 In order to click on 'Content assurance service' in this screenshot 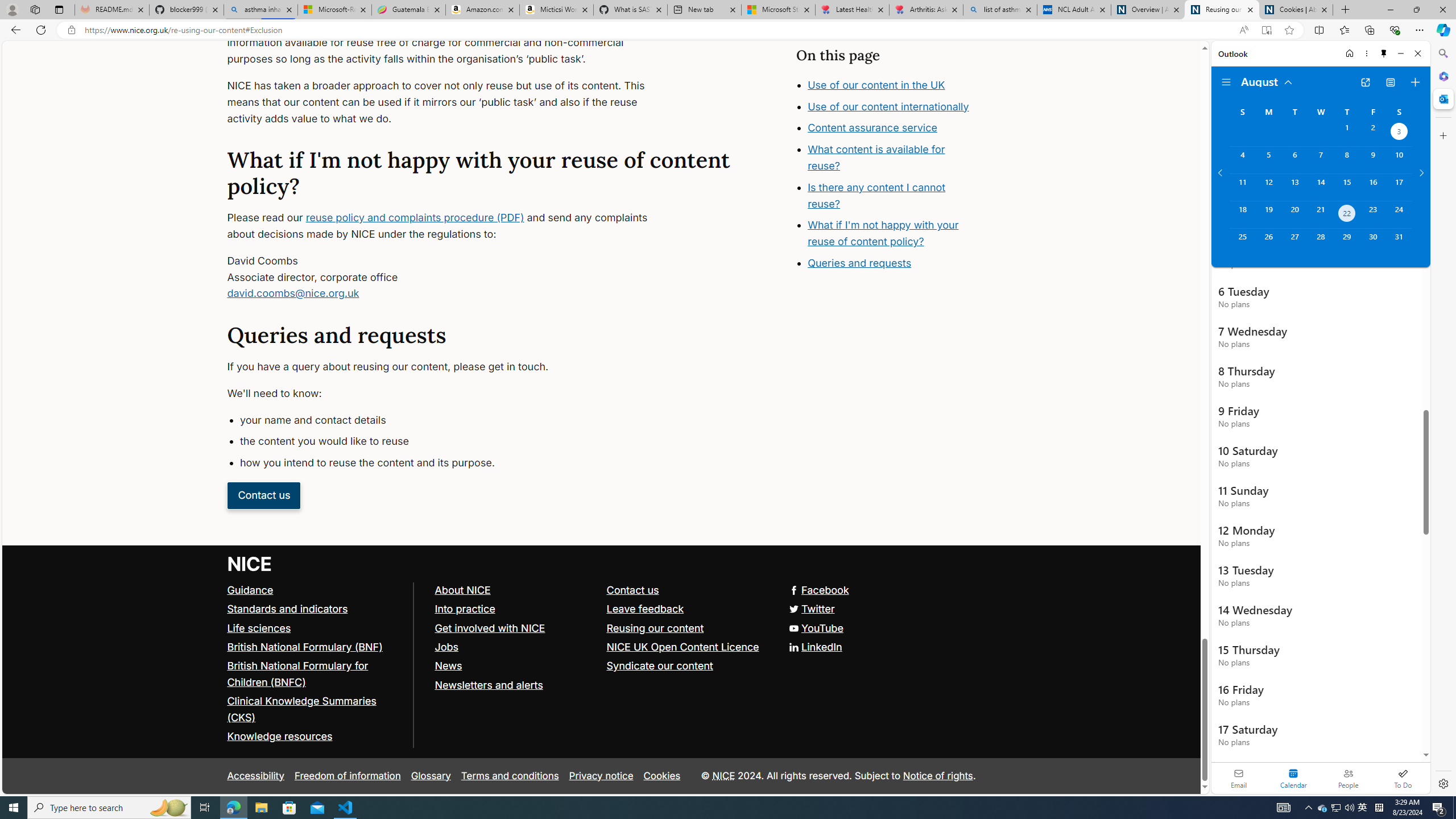, I will do `click(872, 128)`.